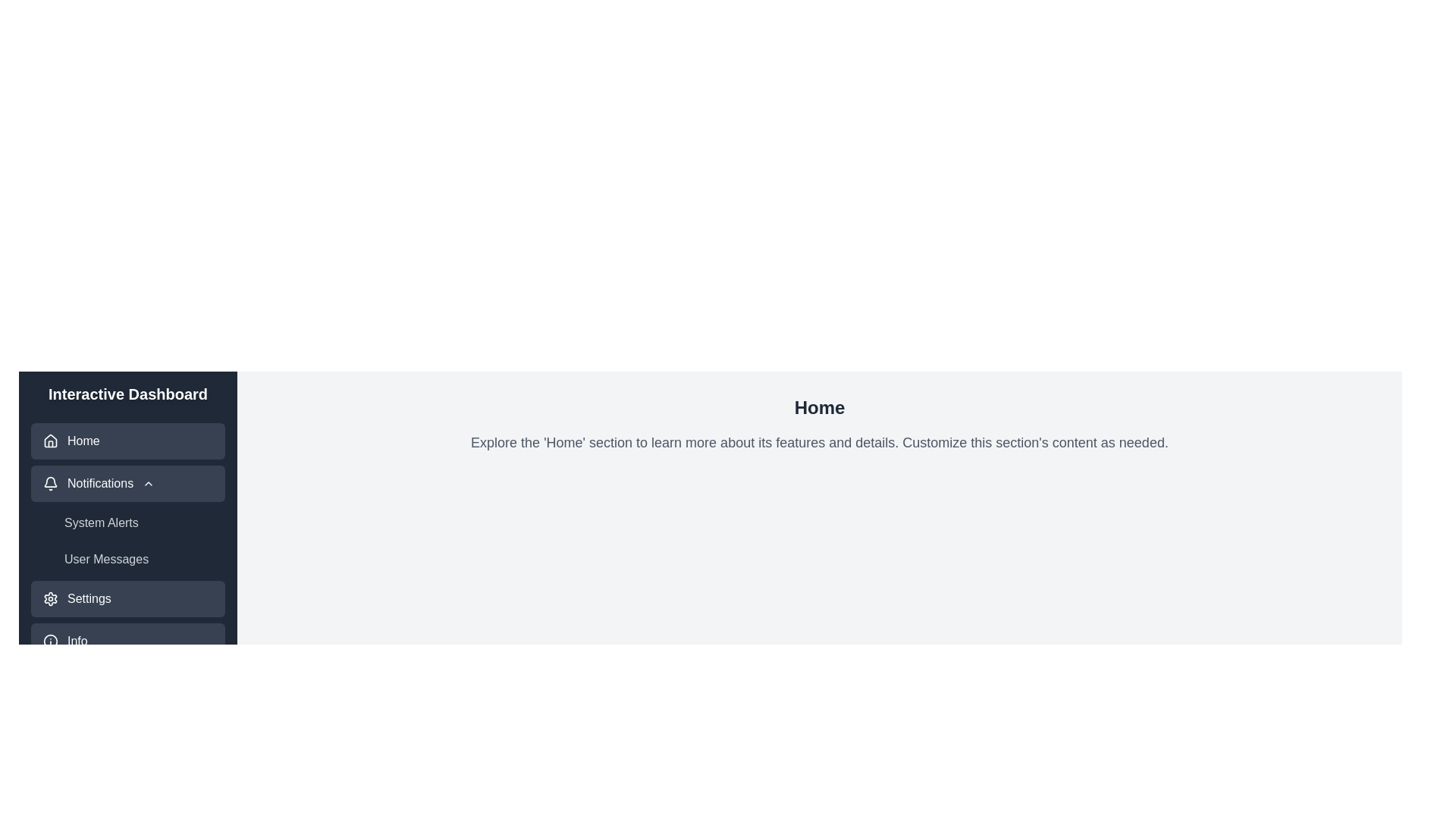 Image resolution: width=1456 pixels, height=819 pixels. What do you see at coordinates (818, 442) in the screenshot?
I see `the descriptive text paragraph located under the 'Home' header, which provides information about customization options` at bounding box center [818, 442].